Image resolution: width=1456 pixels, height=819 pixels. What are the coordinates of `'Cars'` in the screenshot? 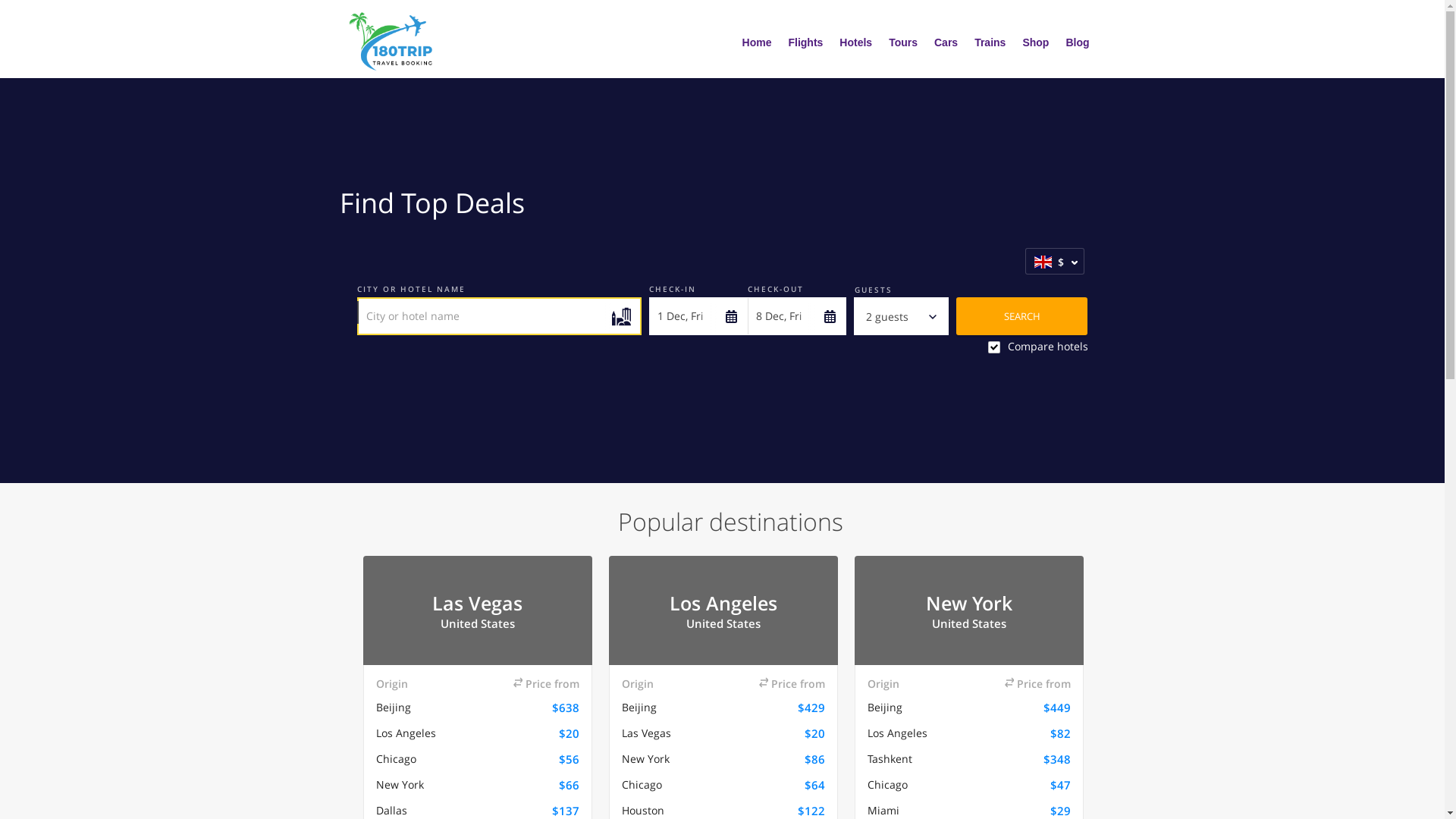 It's located at (945, 42).